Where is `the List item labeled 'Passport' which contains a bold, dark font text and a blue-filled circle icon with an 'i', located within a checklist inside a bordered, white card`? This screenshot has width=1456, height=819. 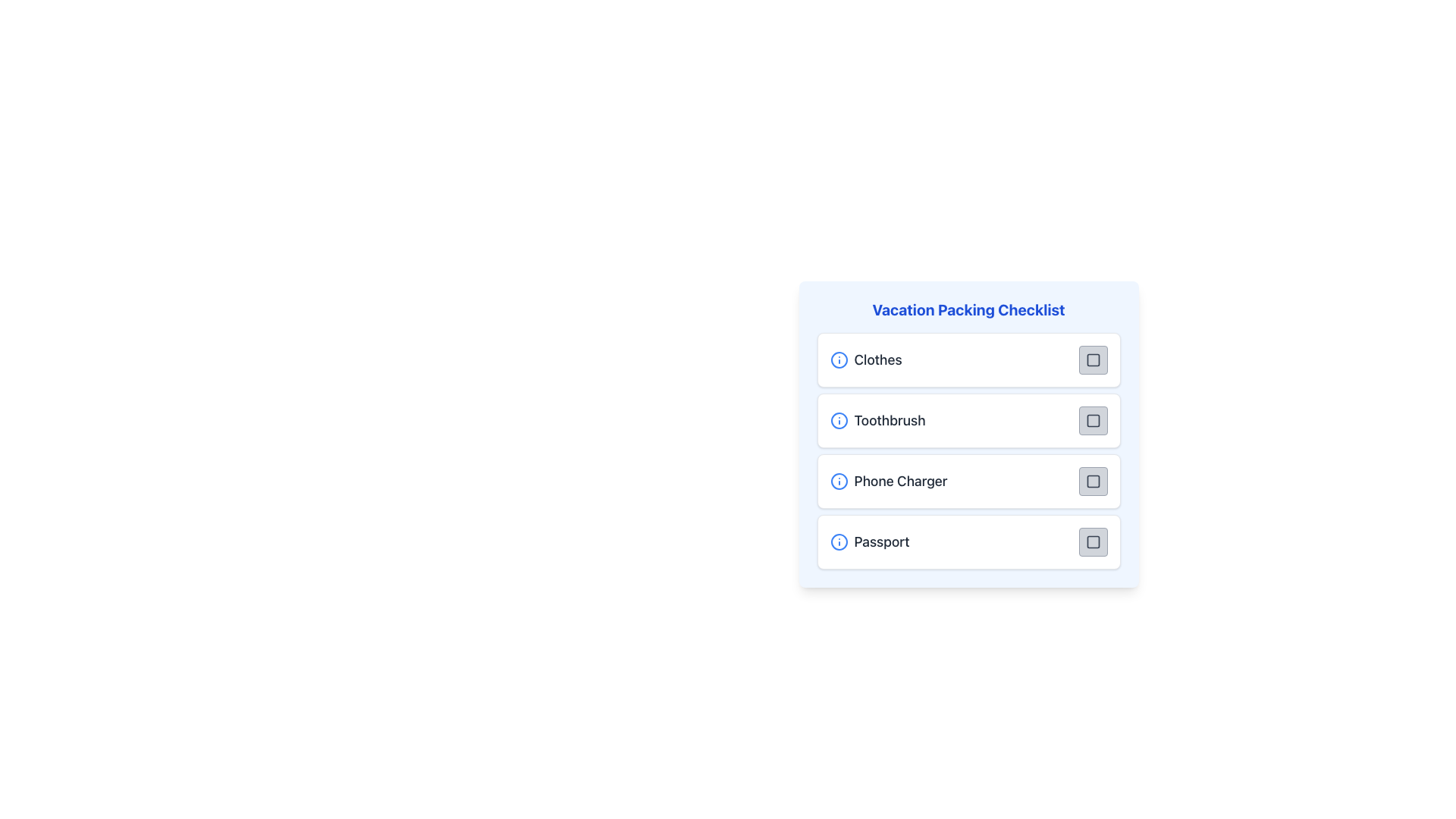
the List item labeled 'Passport' which contains a bold, dark font text and a blue-filled circle icon with an 'i', located within a checklist inside a bordered, white card is located at coordinates (870, 541).